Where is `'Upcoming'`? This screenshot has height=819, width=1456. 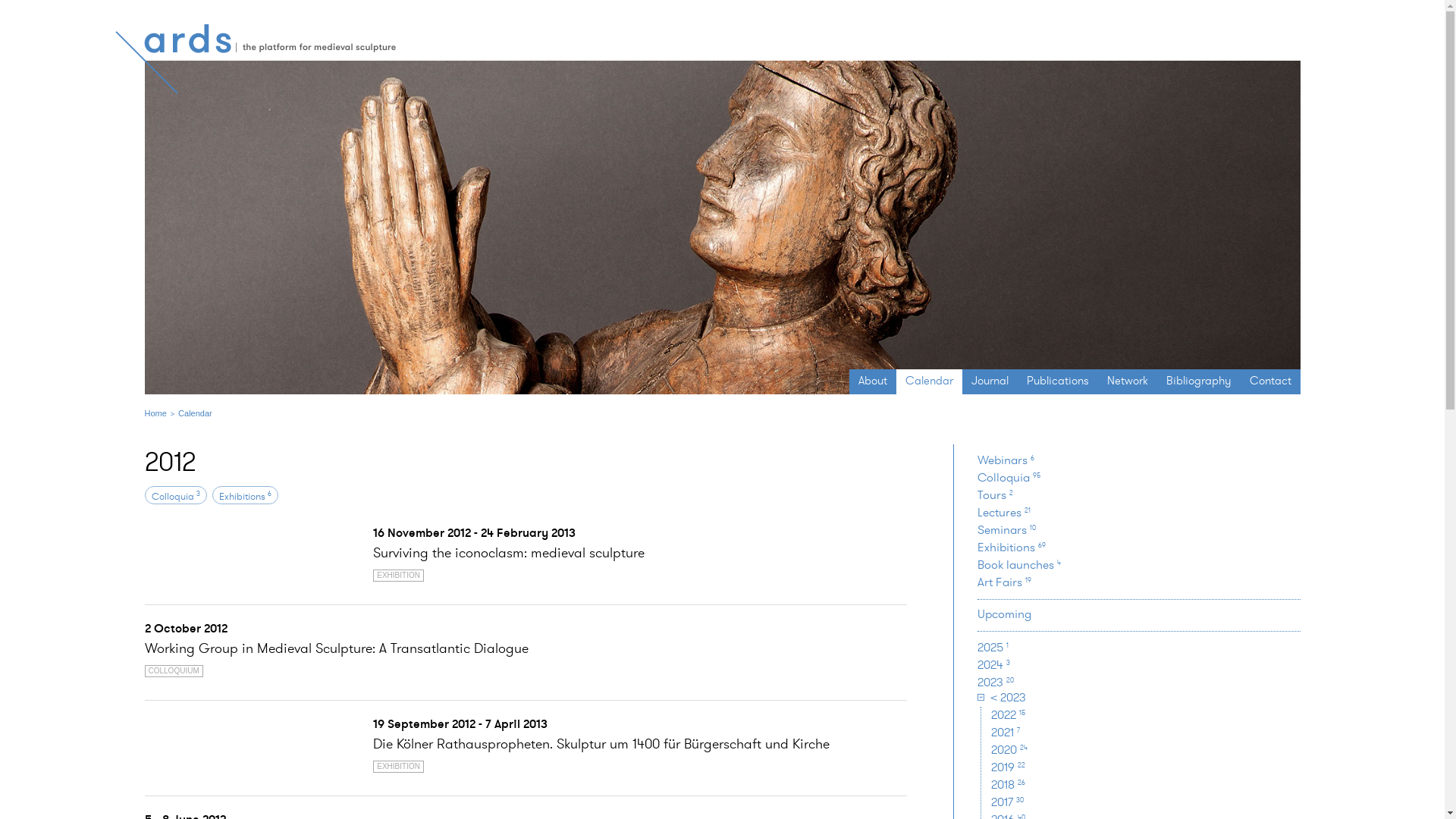
'Upcoming' is located at coordinates (1004, 613).